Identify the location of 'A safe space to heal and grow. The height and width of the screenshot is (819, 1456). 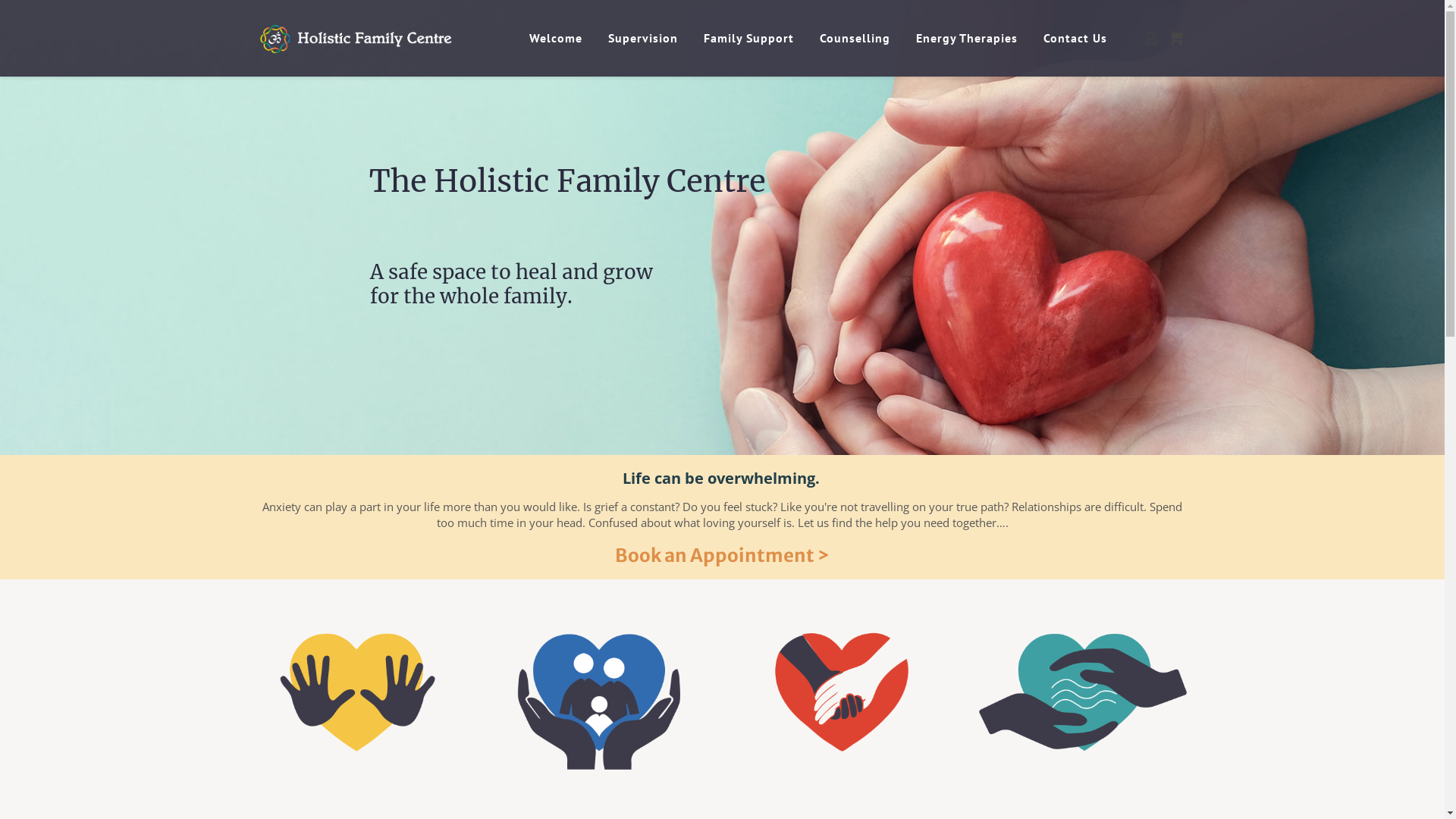
(511, 296).